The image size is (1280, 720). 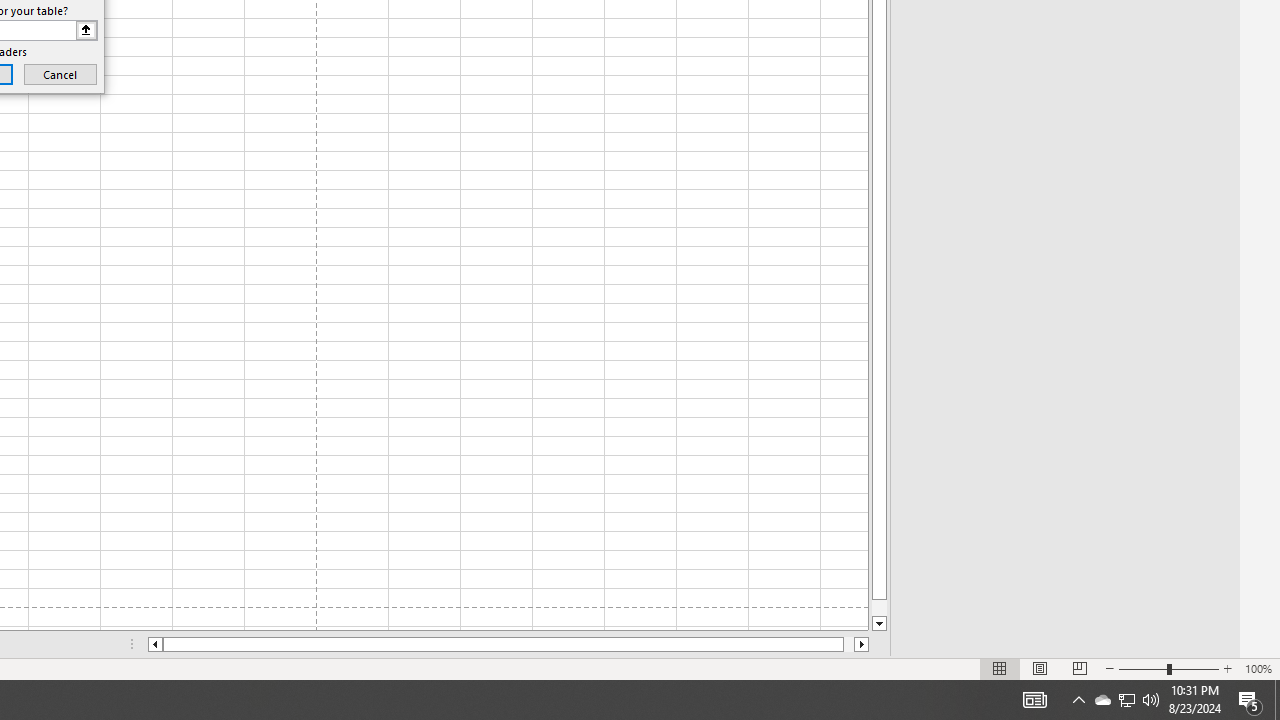 I want to click on 'Page Layout', so click(x=1040, y=669).